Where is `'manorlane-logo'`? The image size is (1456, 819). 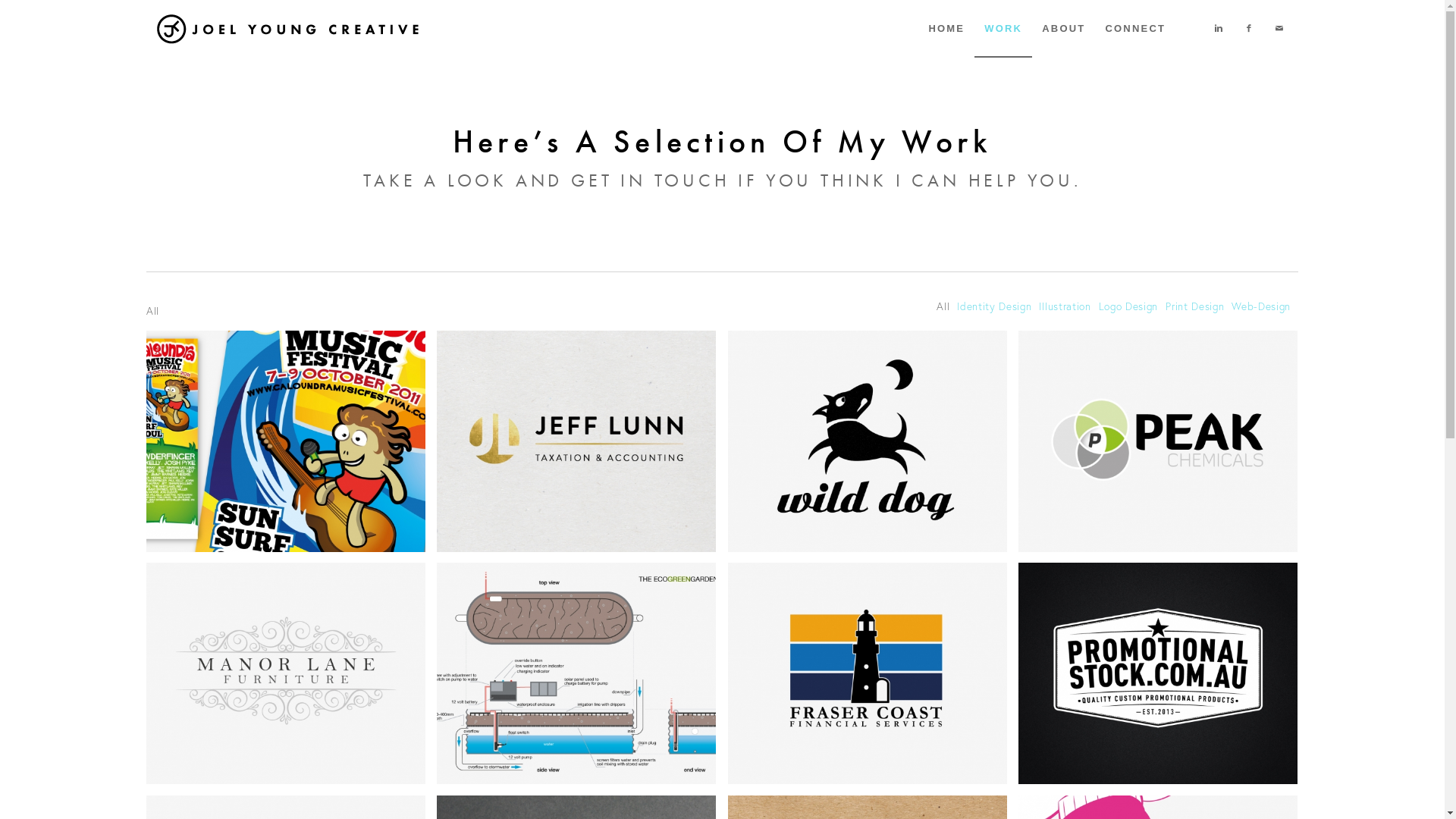 'manorlane-logo' is located at coordinates (291, 678).